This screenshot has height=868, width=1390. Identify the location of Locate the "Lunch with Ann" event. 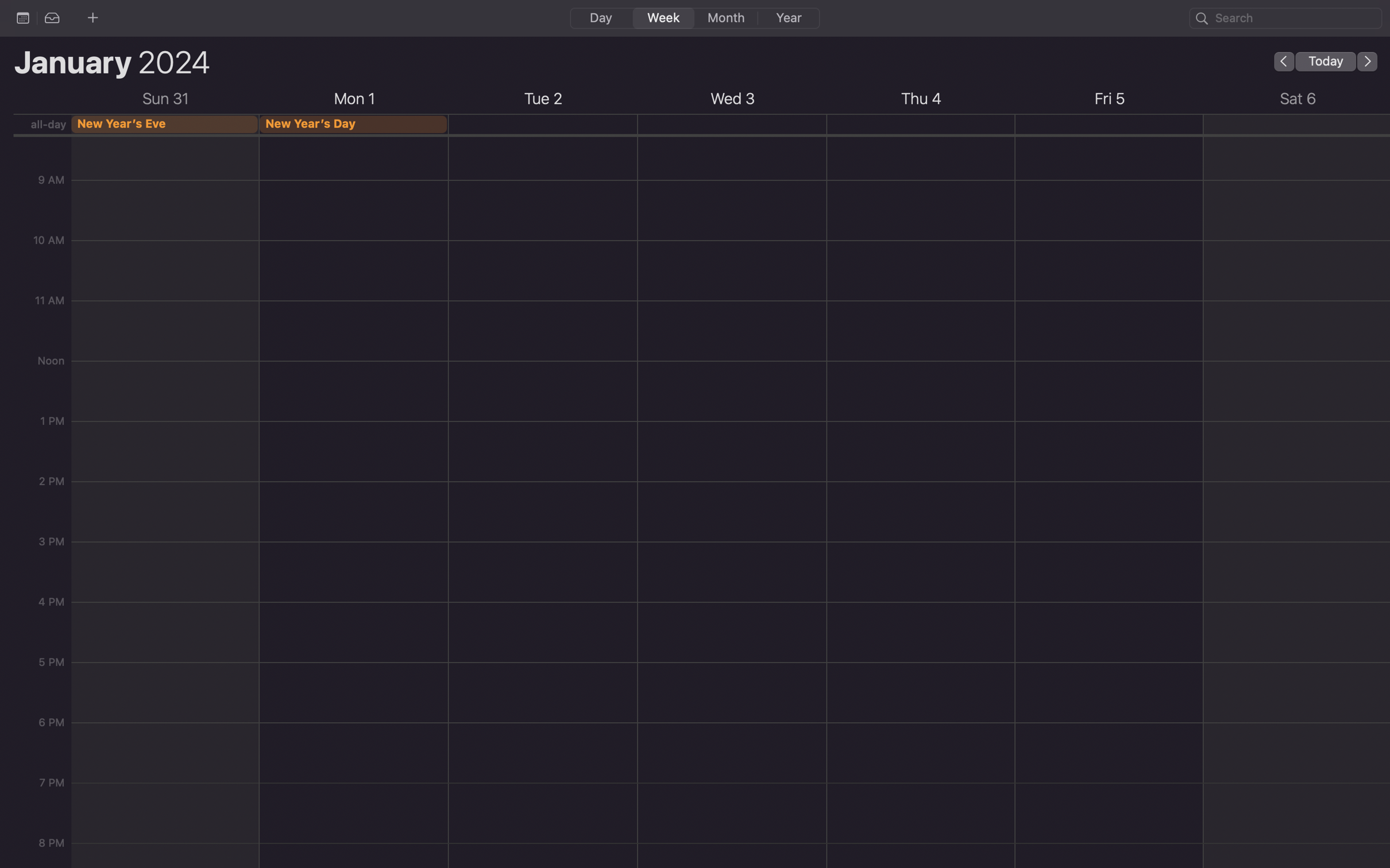
(1285, 17).